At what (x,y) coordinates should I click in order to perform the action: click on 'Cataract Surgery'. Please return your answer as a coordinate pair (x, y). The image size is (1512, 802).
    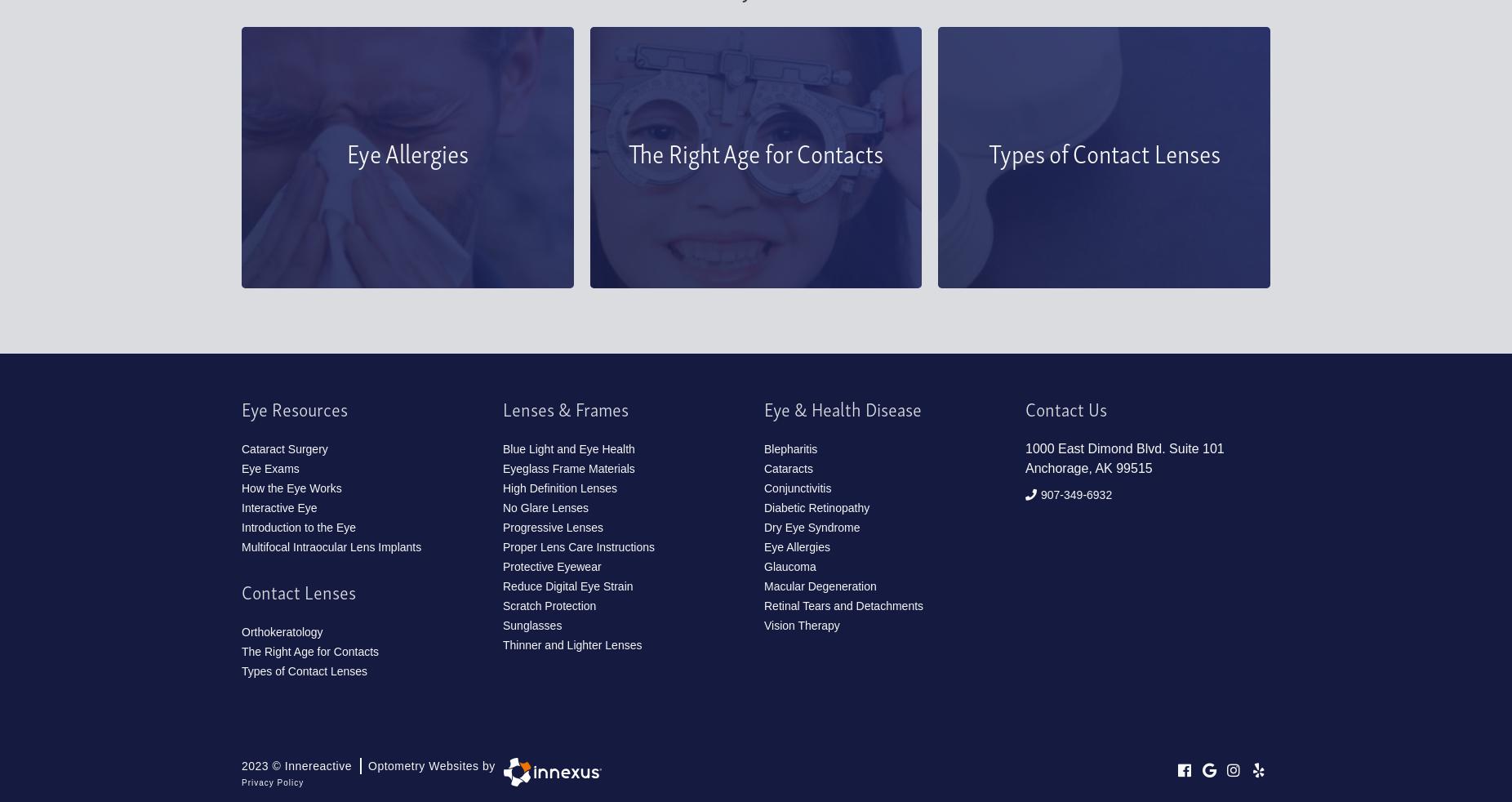
    Looking at the image, I should click on (284, 448).